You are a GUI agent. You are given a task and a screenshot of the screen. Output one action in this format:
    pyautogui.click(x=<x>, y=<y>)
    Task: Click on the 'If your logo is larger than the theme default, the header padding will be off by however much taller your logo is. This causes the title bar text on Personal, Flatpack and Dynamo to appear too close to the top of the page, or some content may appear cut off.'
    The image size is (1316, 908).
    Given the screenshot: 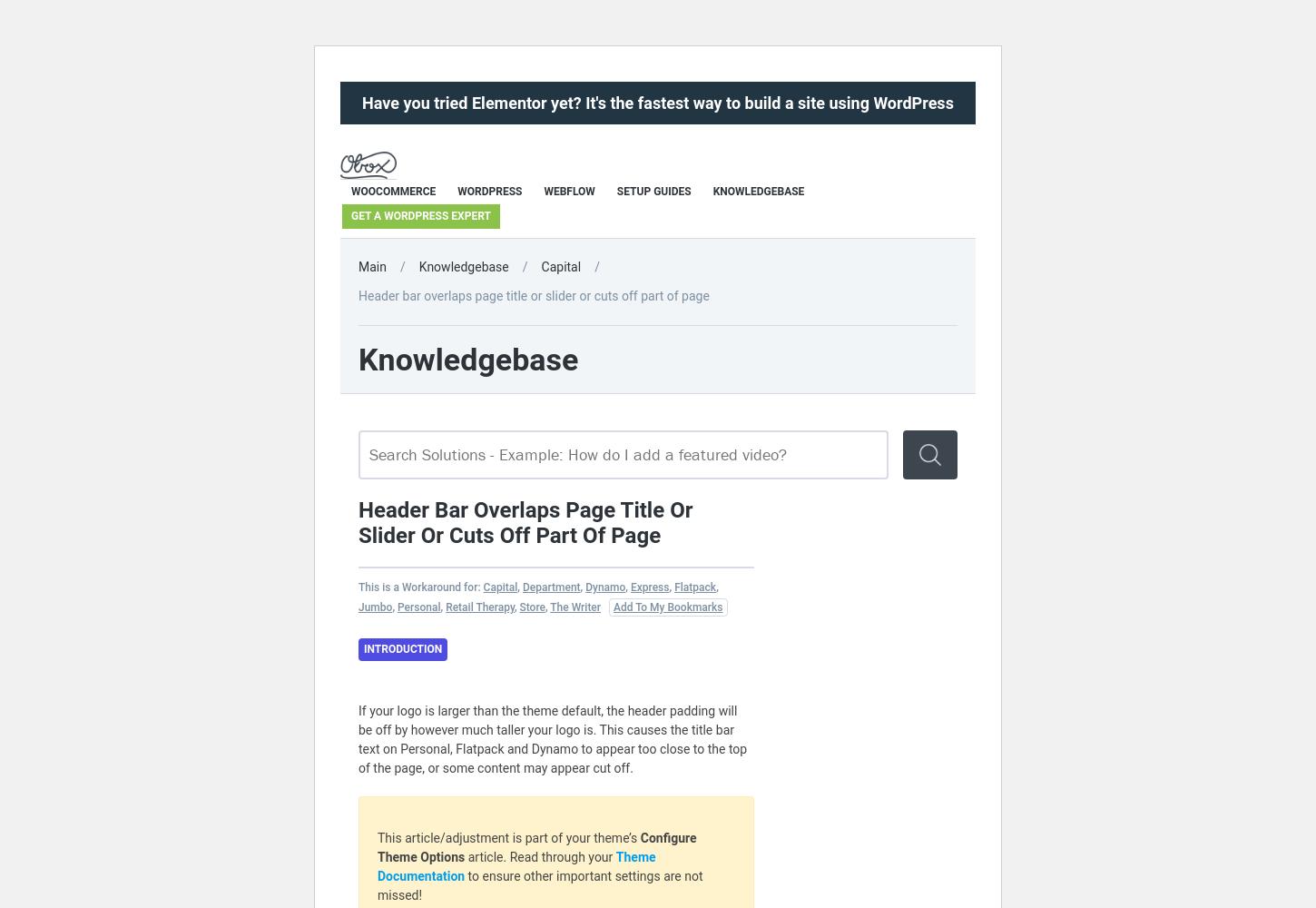 What is the action you would take?
    pyautogui.click(x=552, y=738)
    